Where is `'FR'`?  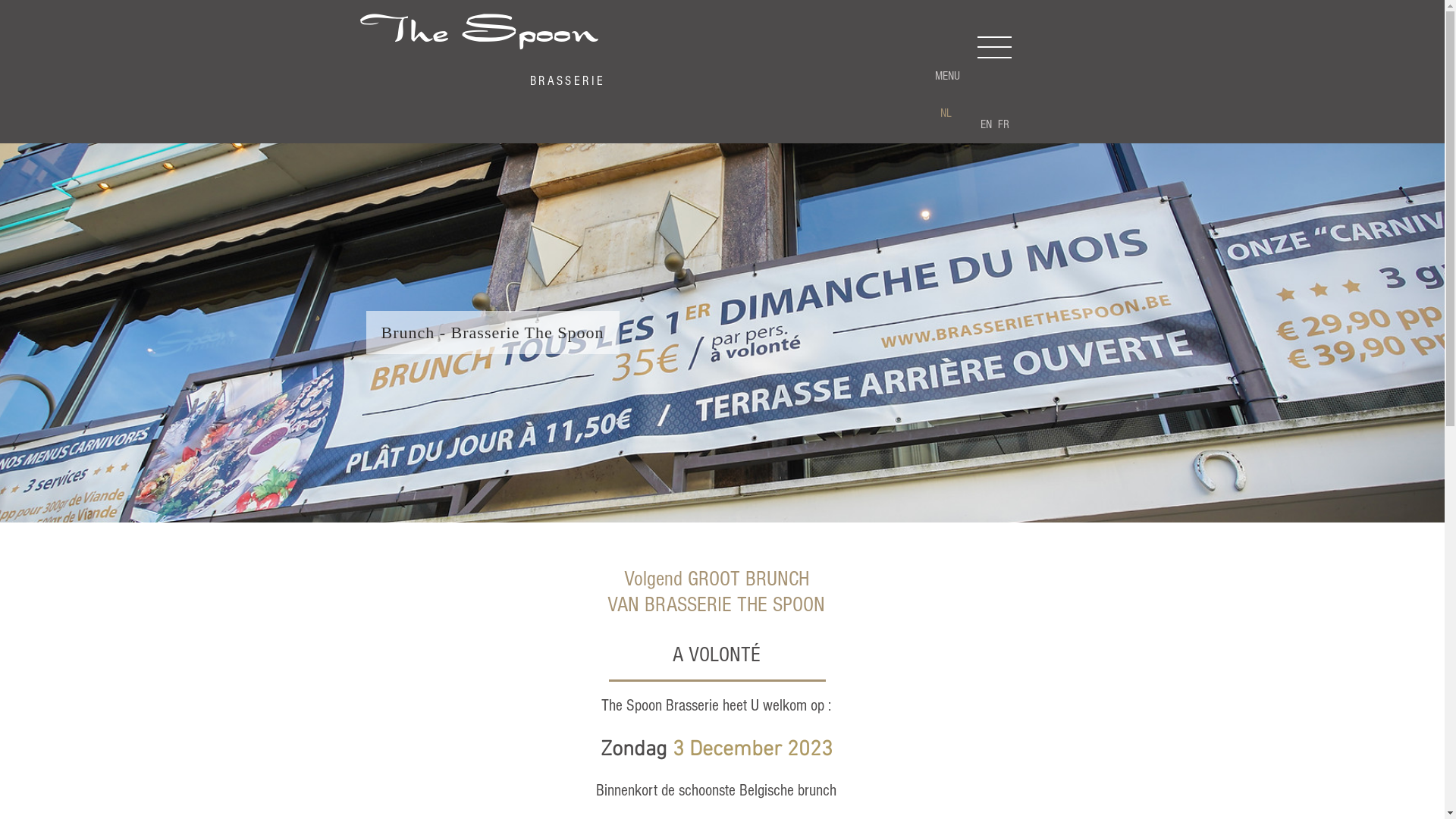
'FR' is located at coordinates (1003, 124).